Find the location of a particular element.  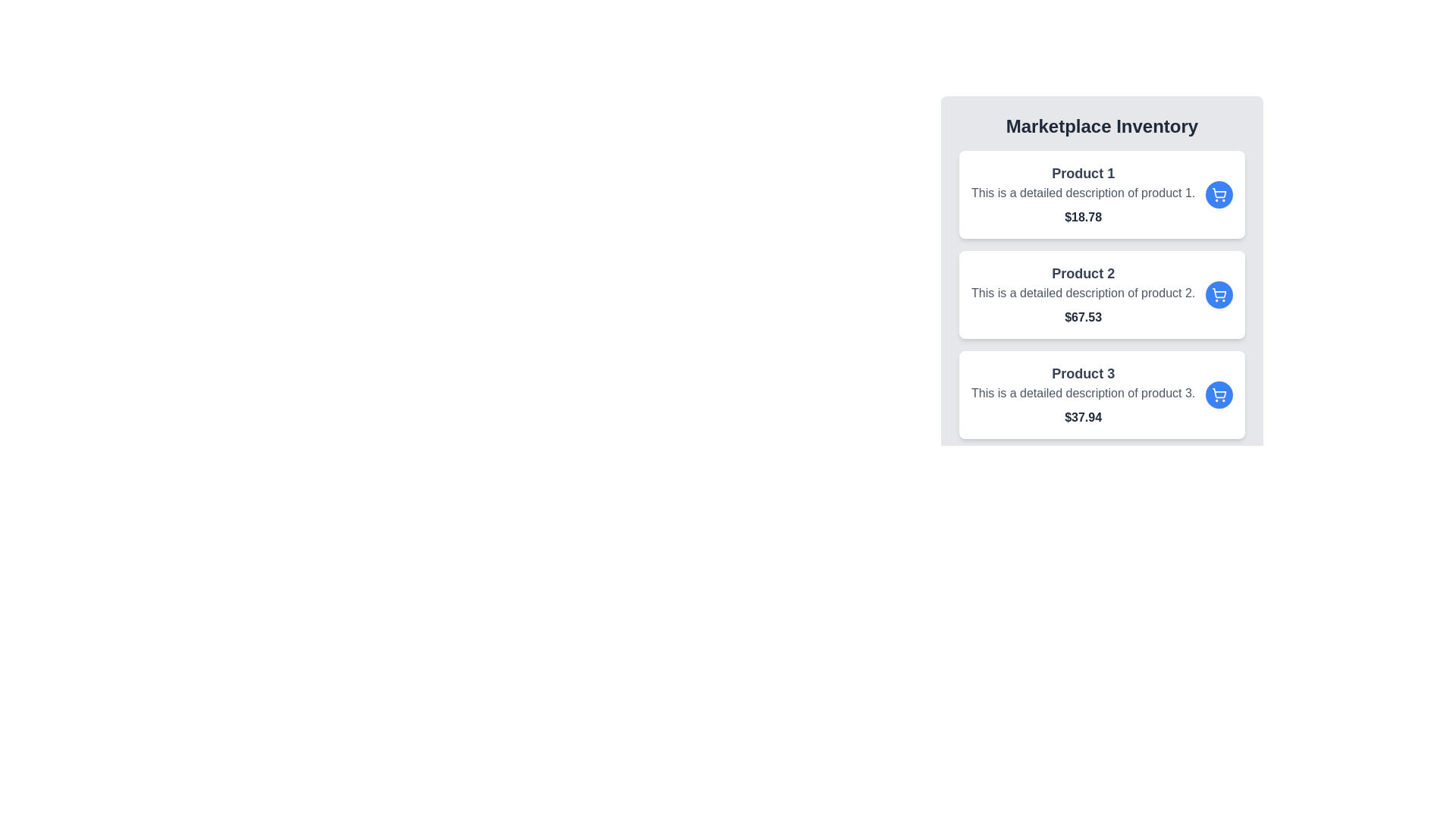

the icon button located is located at coordinates (1219, 394).